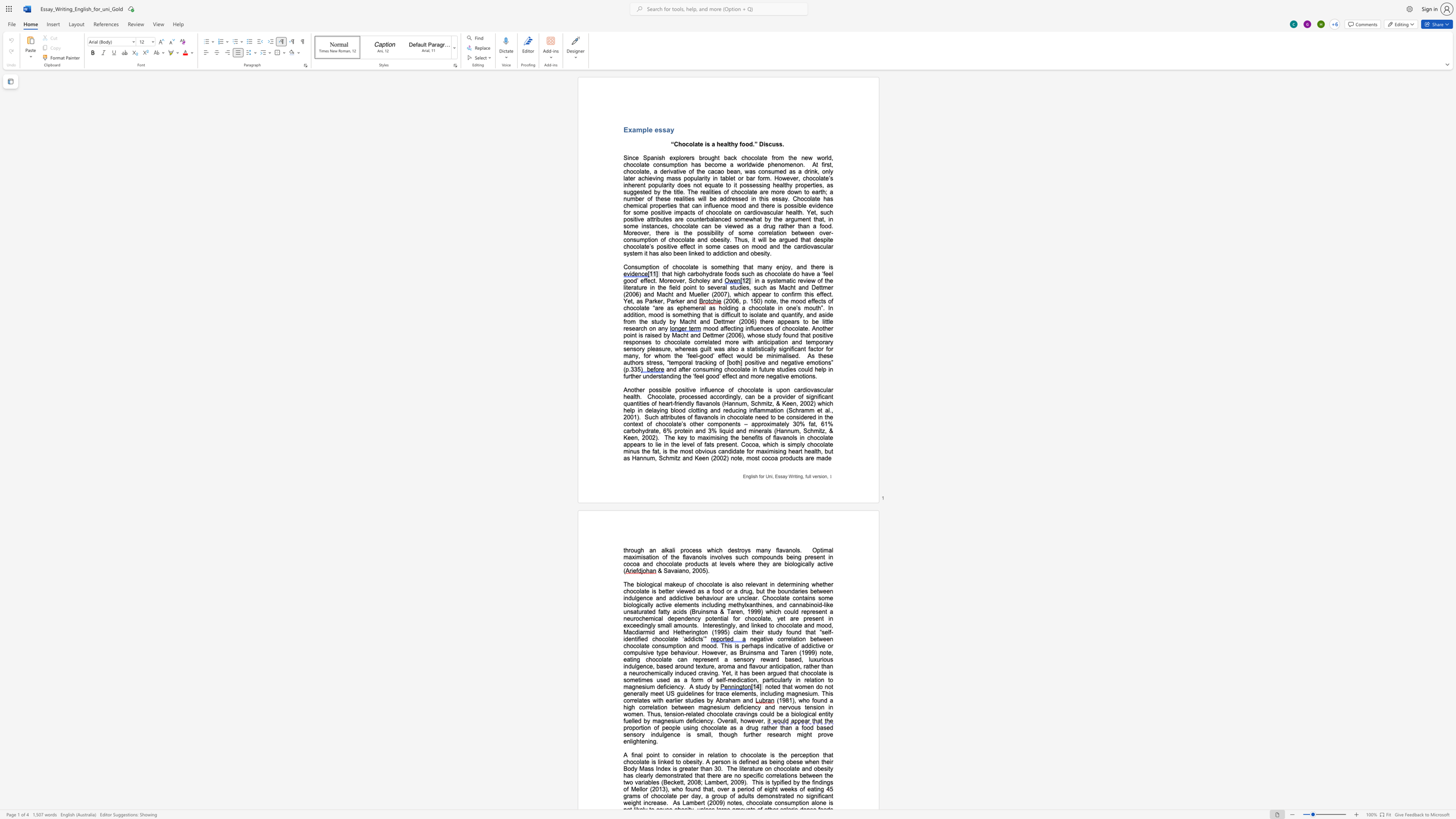 Image resolution: width=1456 pixels, height=819 pixels. What do you see at coordinates (753, 645) in the screenshot?
I see `the space between the continuous character "h" and "a" in the text` at bounding box center [753, 645].